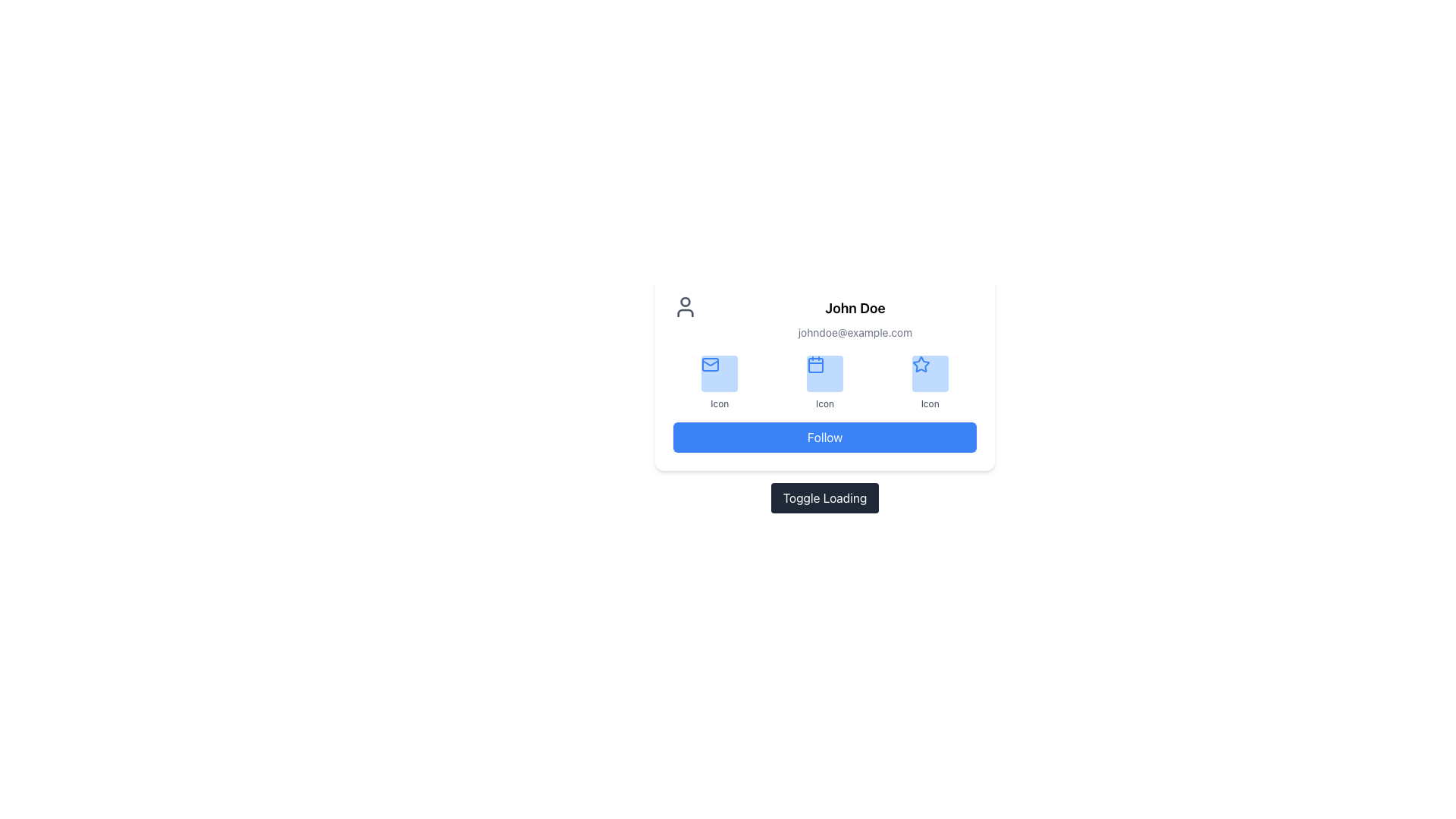 Image resolution: width=1456 pixels, height=819 pixels. I want to click on text label that says 'Icon', which is the bottom-most component in a group containing a blue-highlighted star icon, so click(929, 403).